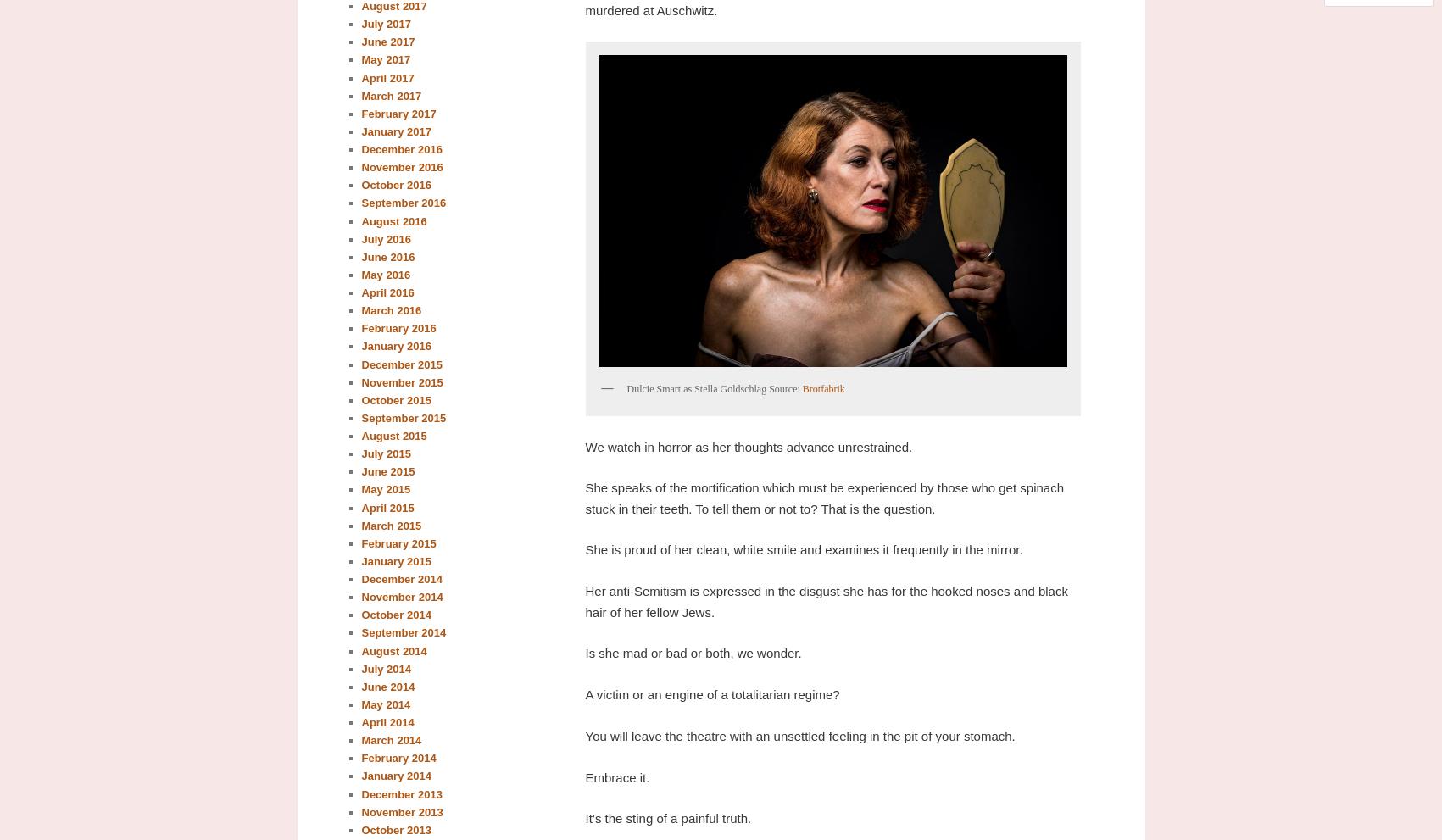  I want to click on 'December 2013', so click(400, 793).